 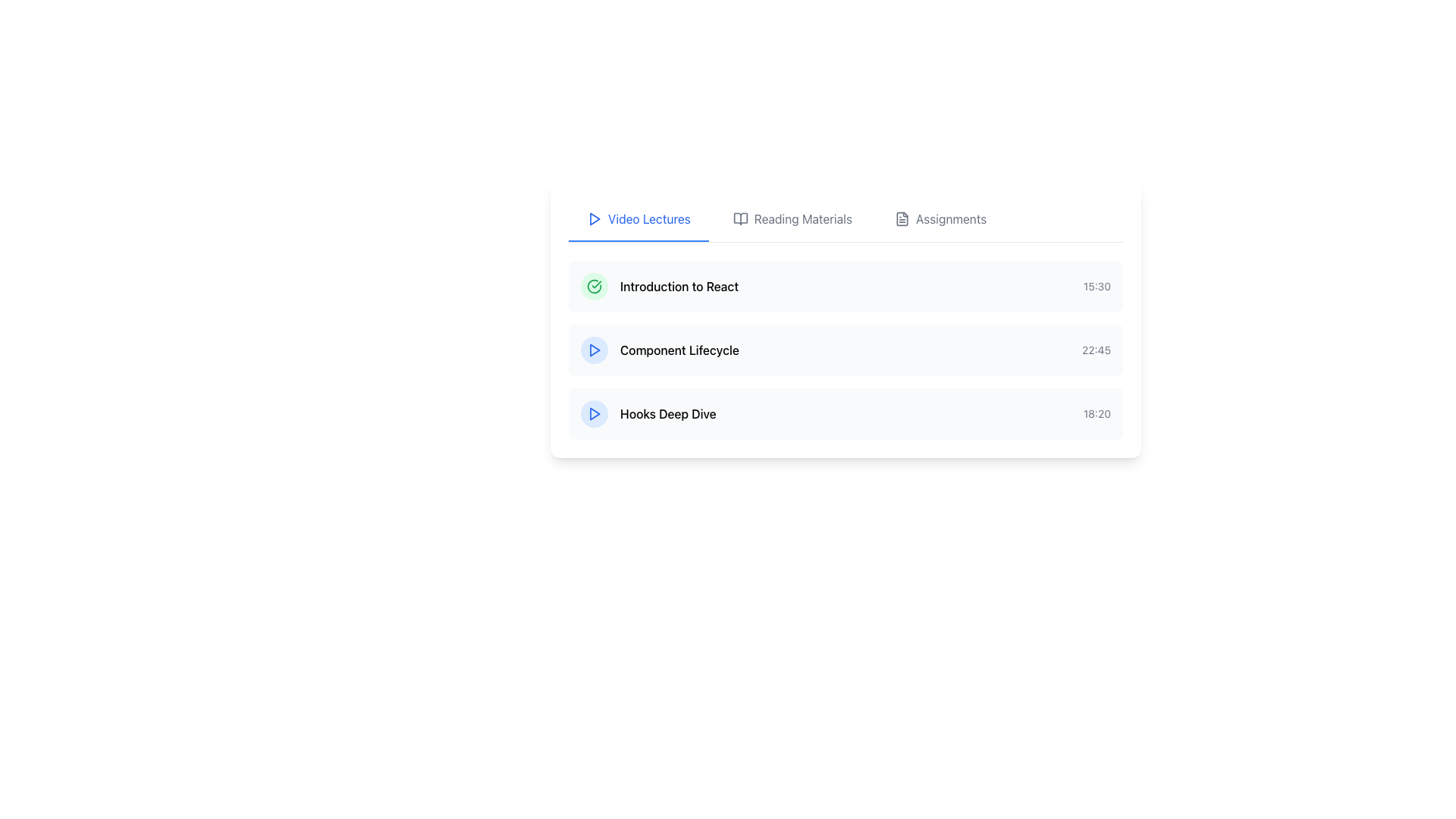 What do you see at coordinates (679, 350) in the screenshot?
I see `the text label for the section titled 'Component Lifecycle', which is positioned to the right of a small blue circular icon and is the second item in a vertical list of sections` at bounding box center [679, 350].